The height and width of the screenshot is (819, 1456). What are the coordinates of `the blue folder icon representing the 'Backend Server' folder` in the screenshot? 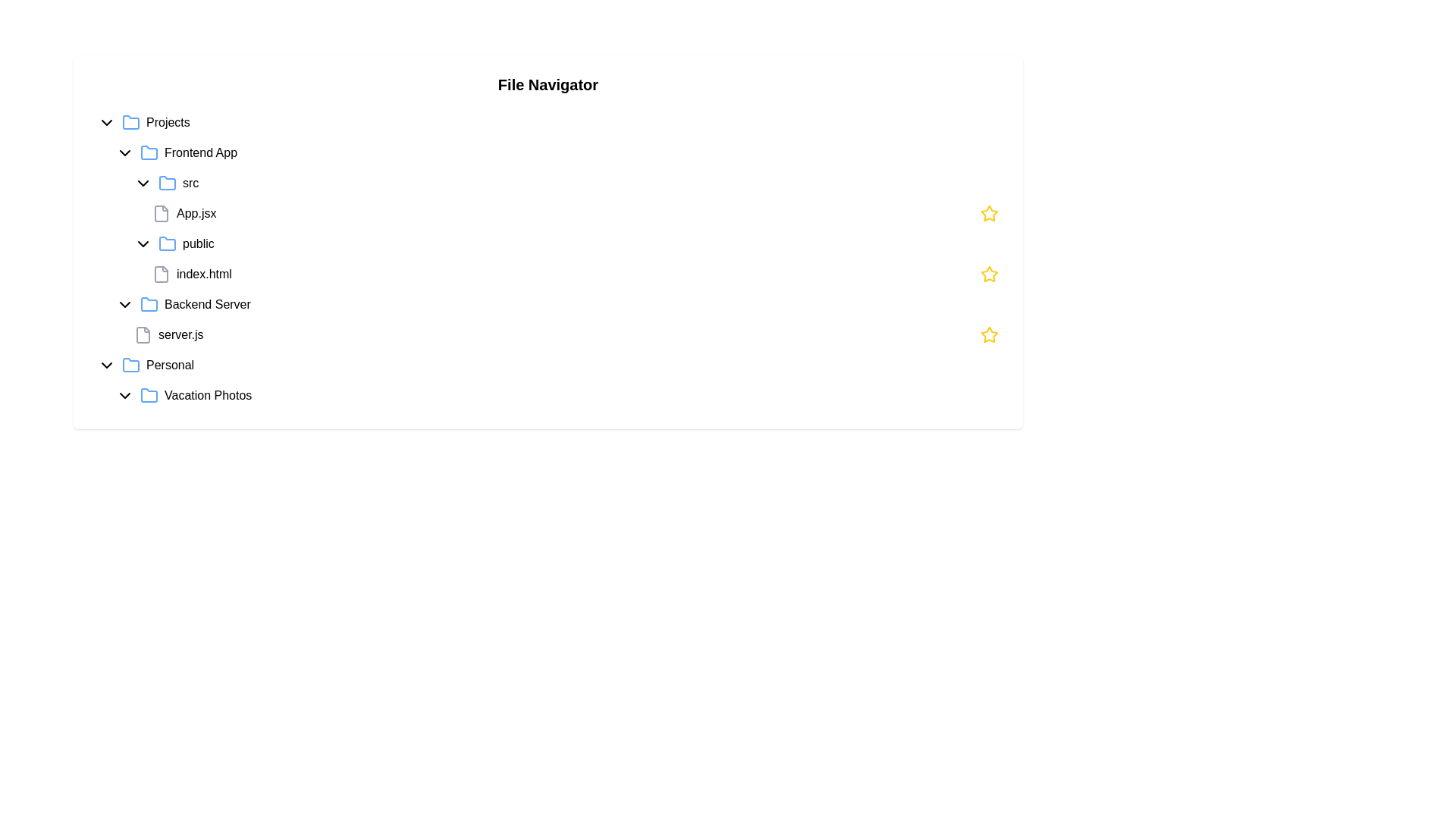 It's located at (149, 304).